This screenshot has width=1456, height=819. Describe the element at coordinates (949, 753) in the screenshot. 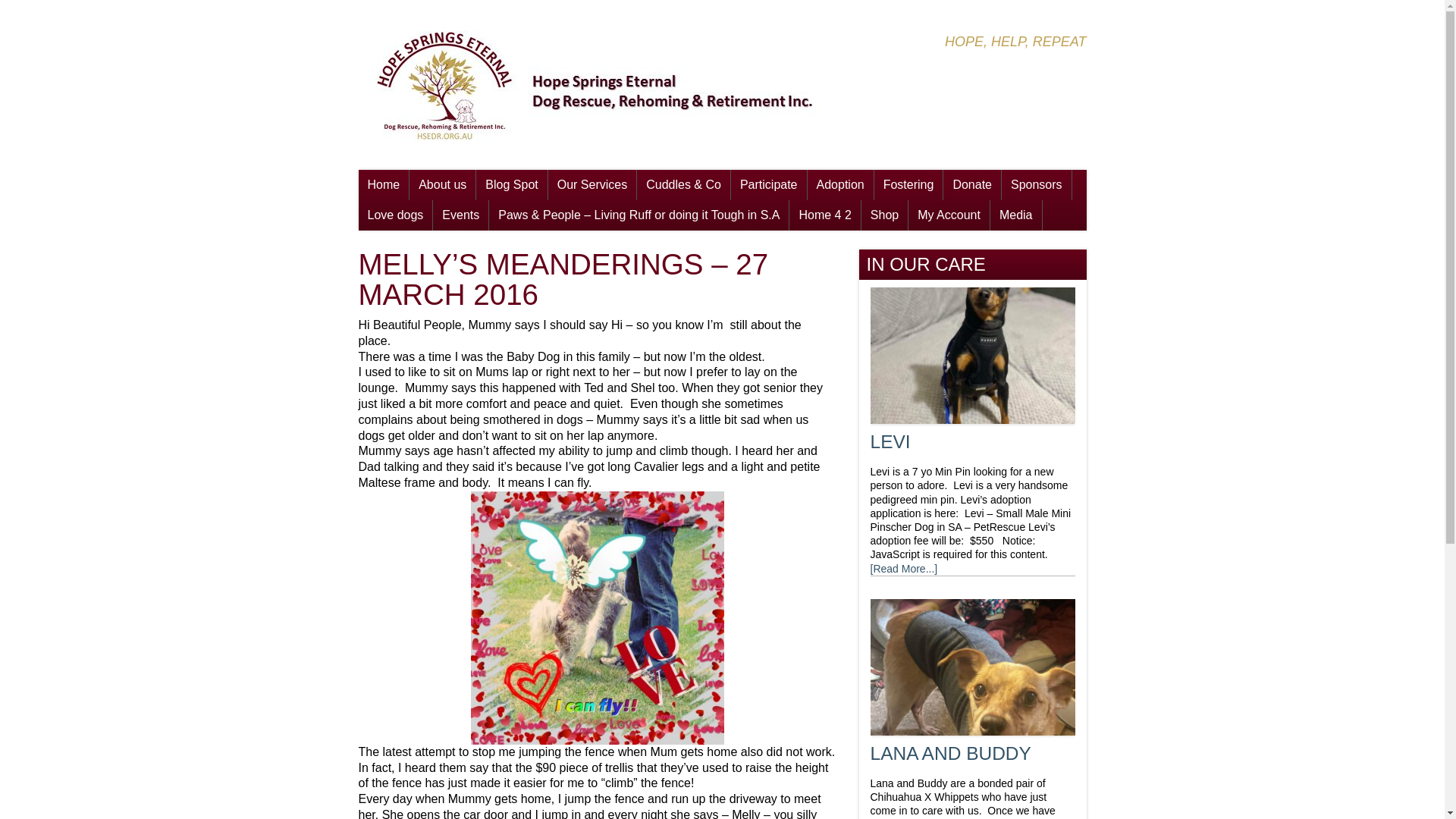

I see `'LANA AND BUDDY'` at that location.